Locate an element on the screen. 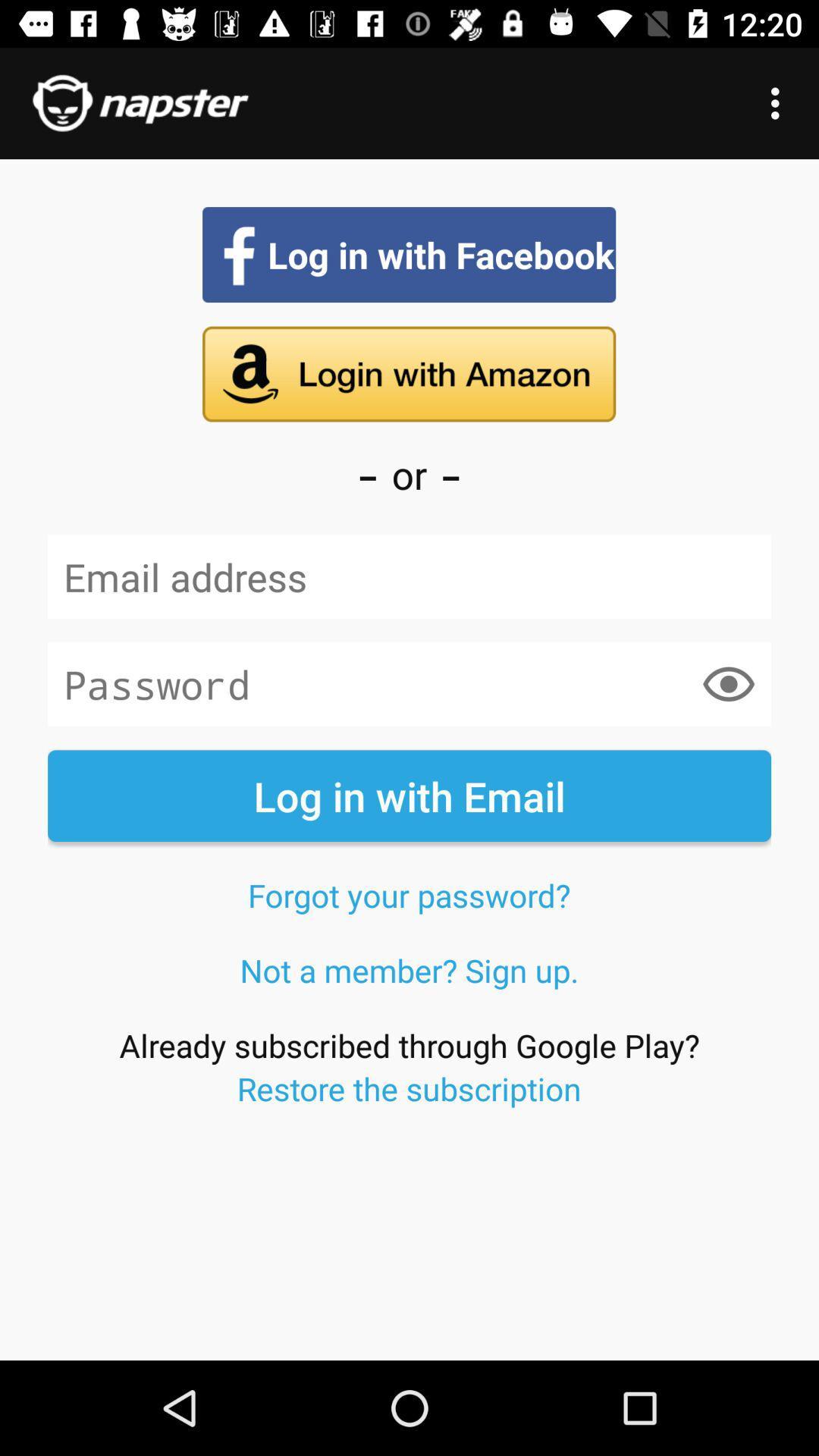  the icon below forgot your password? is located at coordinates (409, 969).